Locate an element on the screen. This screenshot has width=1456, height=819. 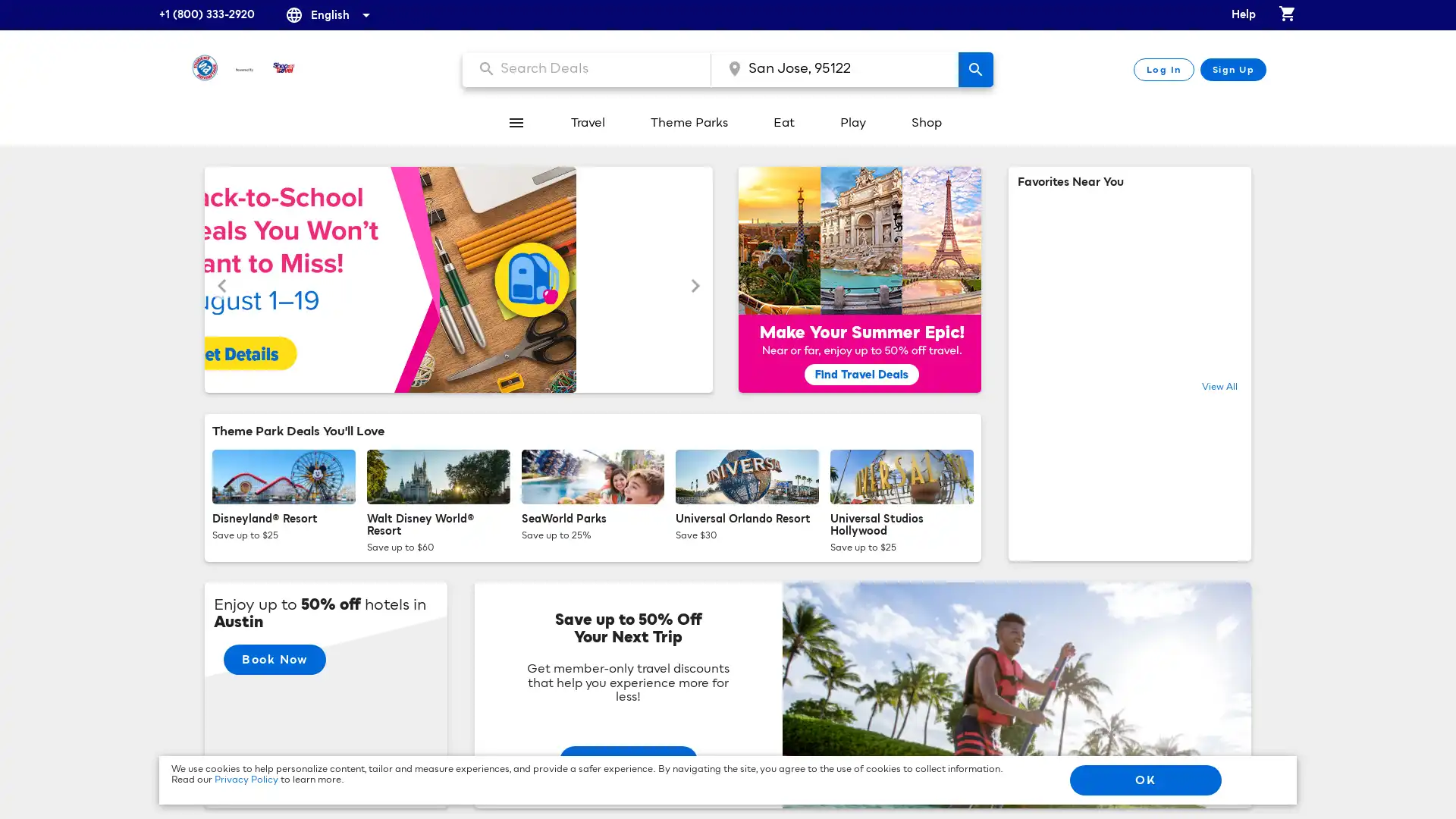
Book Now is located at coordinates (275, 659).